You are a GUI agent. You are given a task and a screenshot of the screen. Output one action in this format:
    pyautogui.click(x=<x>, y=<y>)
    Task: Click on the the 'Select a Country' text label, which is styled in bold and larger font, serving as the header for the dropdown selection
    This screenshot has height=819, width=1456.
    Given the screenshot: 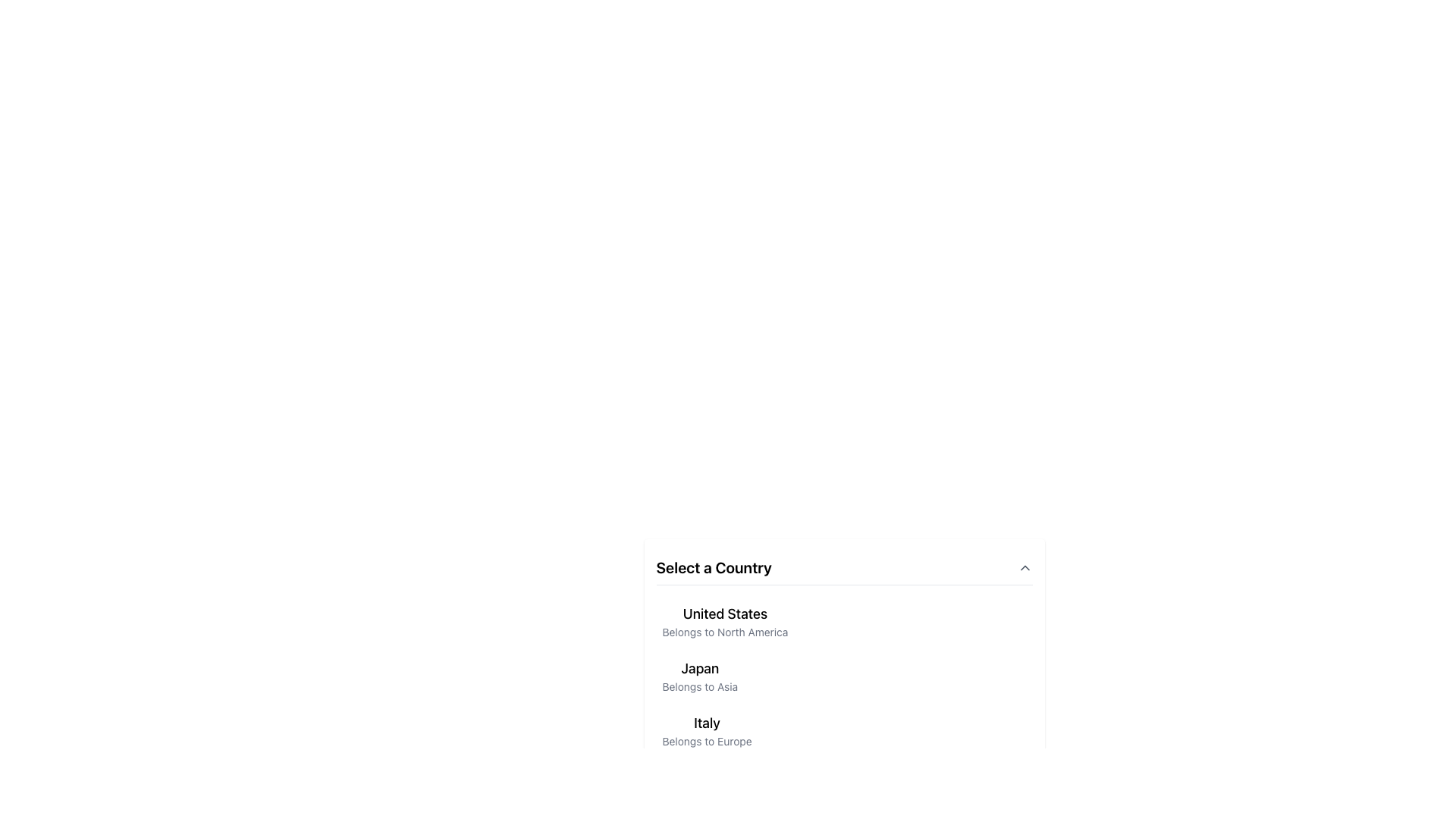 What is the action you would take?
    pyautogui.click(x=713, y=567)
    